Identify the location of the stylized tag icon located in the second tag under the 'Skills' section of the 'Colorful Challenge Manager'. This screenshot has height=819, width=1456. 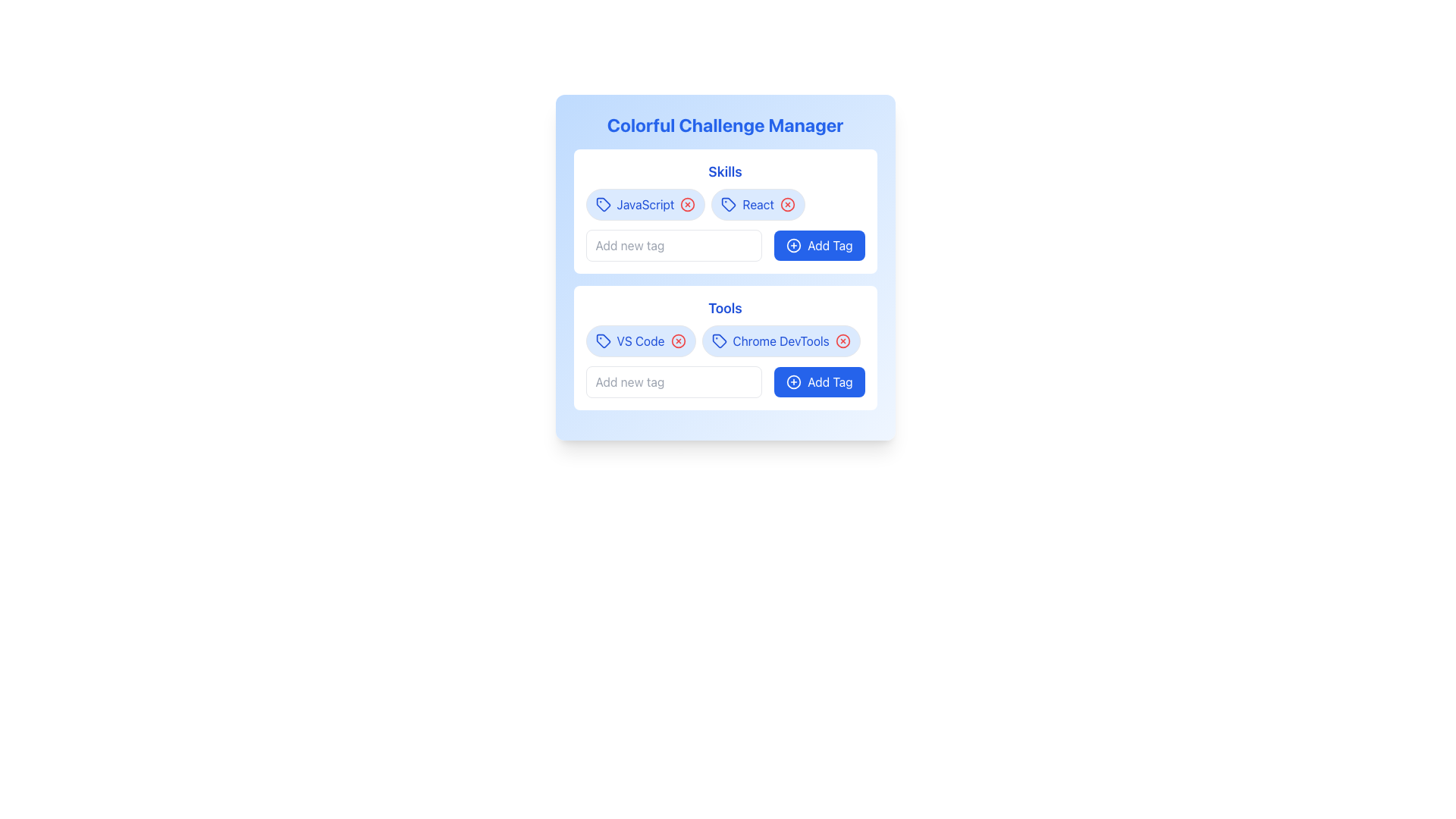
(729, 205).